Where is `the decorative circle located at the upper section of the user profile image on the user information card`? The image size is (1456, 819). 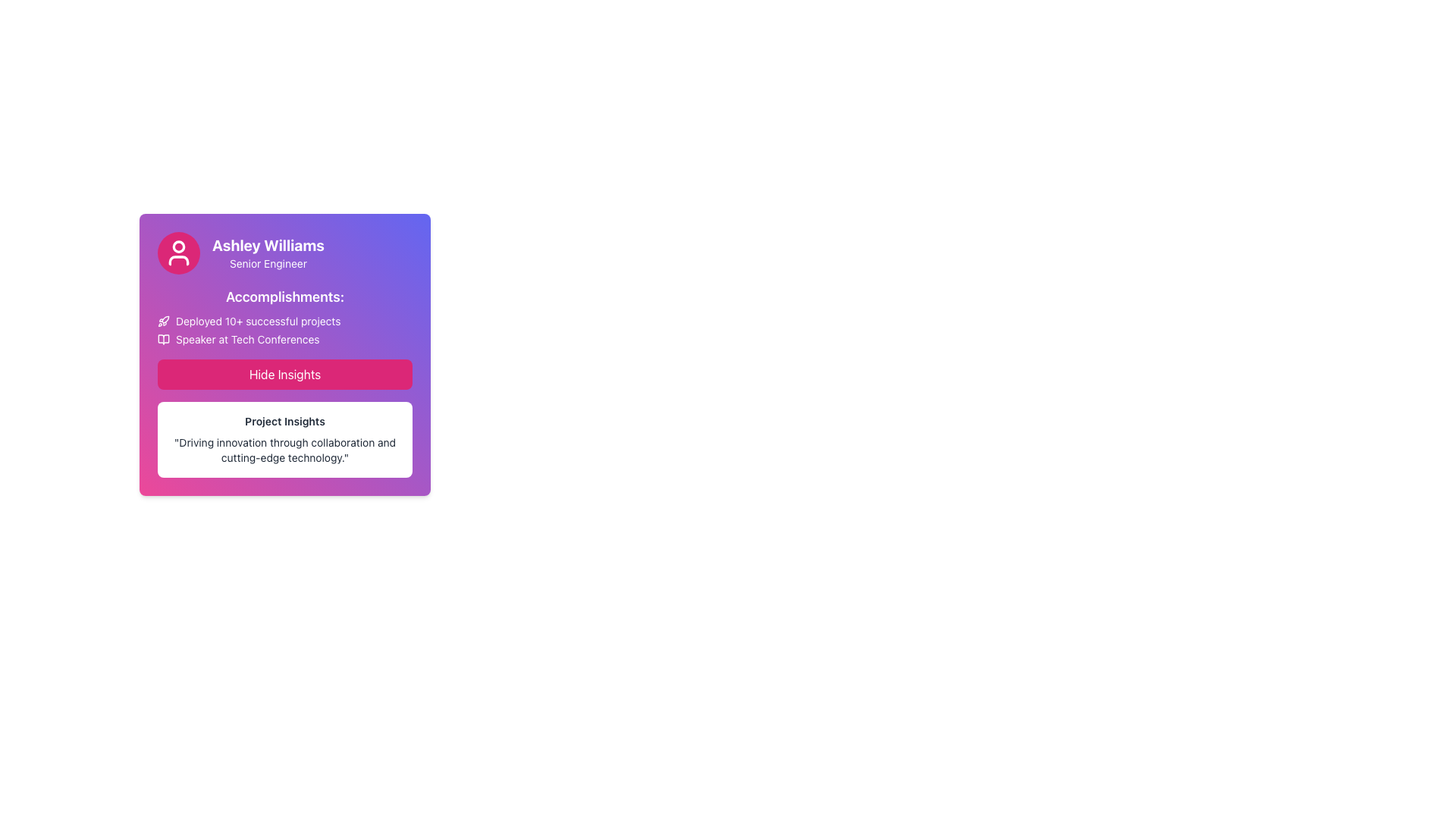
the decorative circle located at the upper section of the user profile image on the user information card is located at coordinates (178, 245).